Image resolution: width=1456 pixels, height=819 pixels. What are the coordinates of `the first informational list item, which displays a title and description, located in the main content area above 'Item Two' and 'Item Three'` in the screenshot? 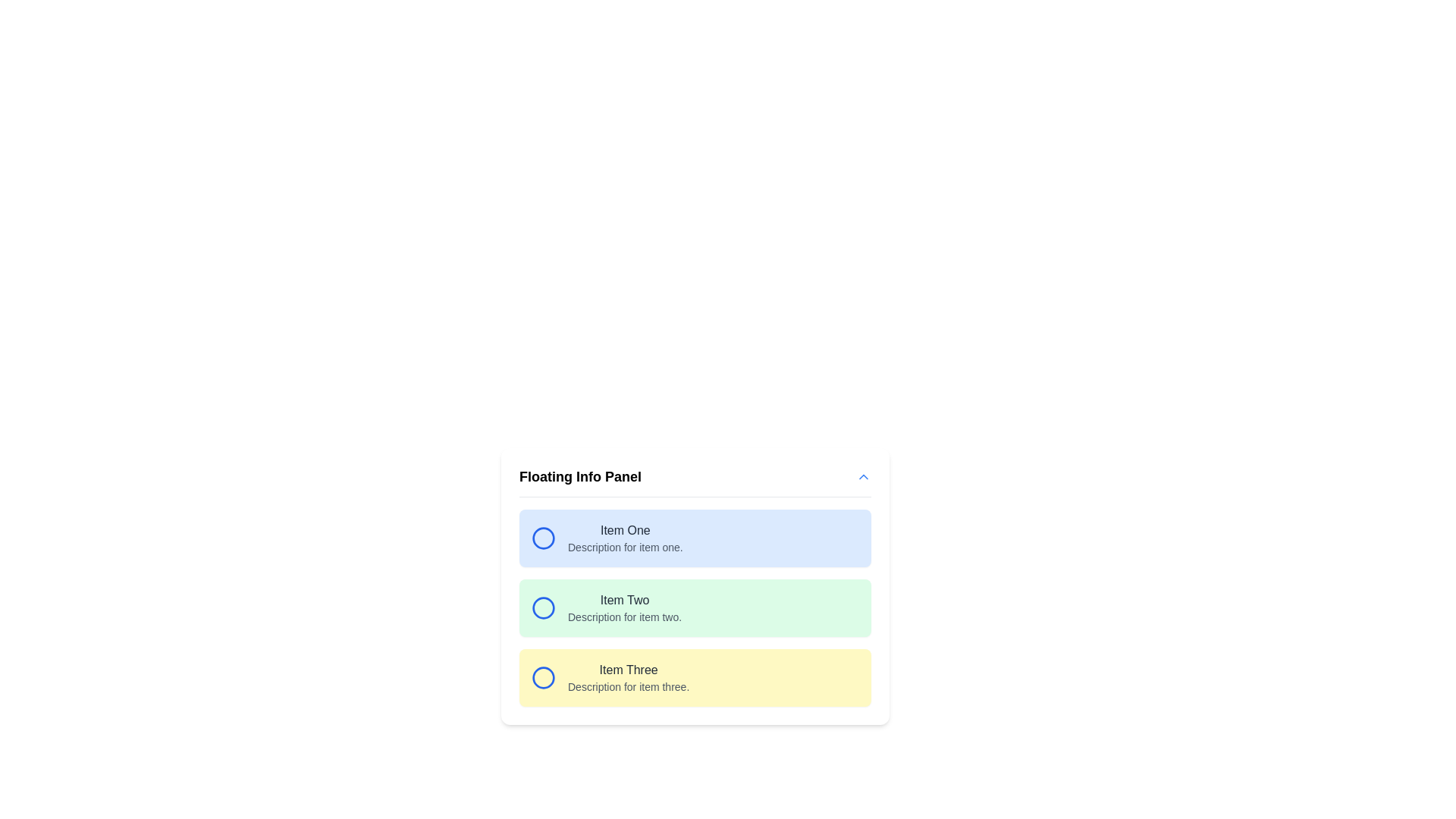 It's located at (694, 537).